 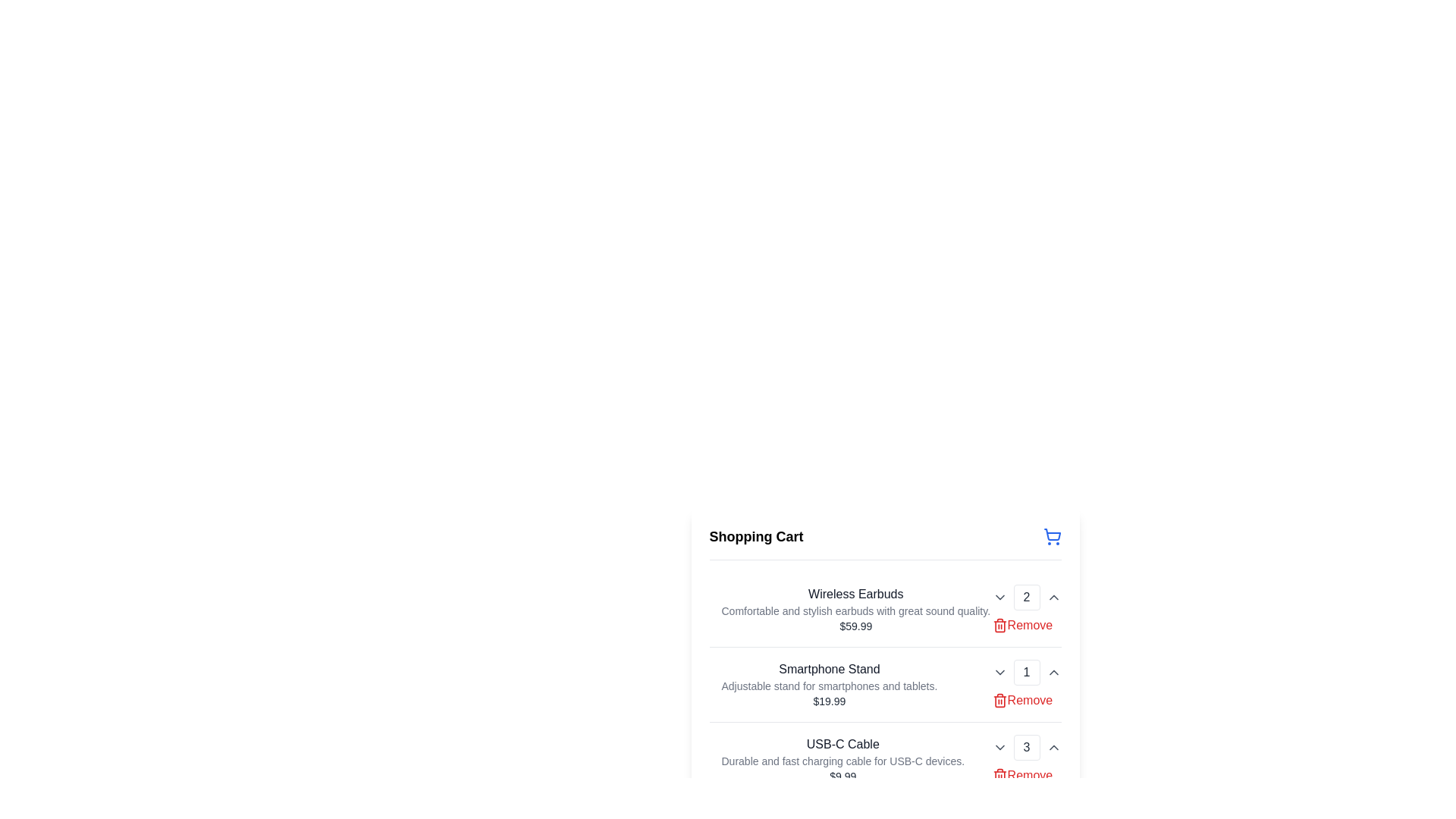 I want to click on the red trash can icon located to the right of the item entry in the shopping cart, so click(x=999, y=775).